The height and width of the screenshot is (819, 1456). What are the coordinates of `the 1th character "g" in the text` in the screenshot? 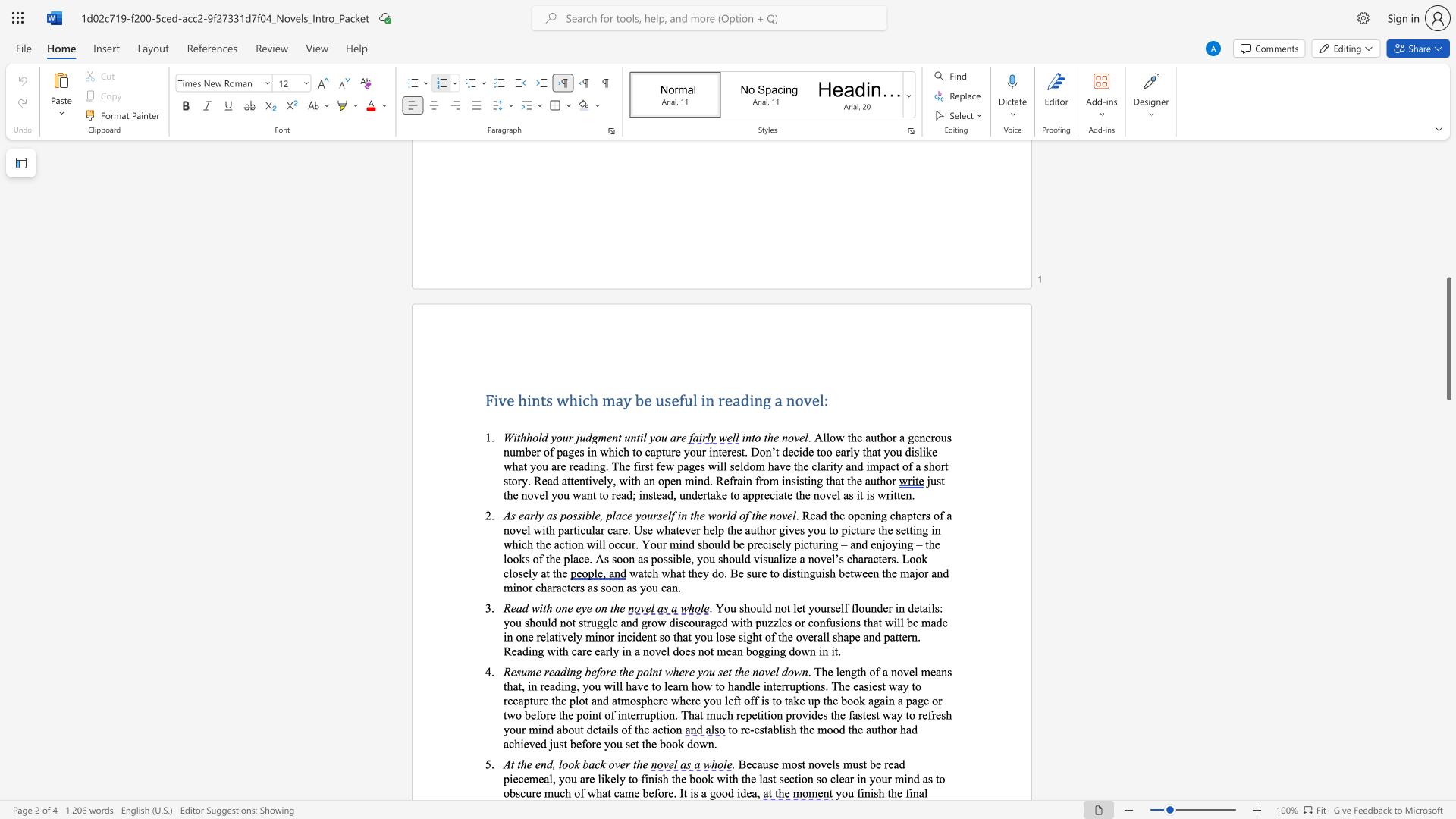 It's located at (711, 792).